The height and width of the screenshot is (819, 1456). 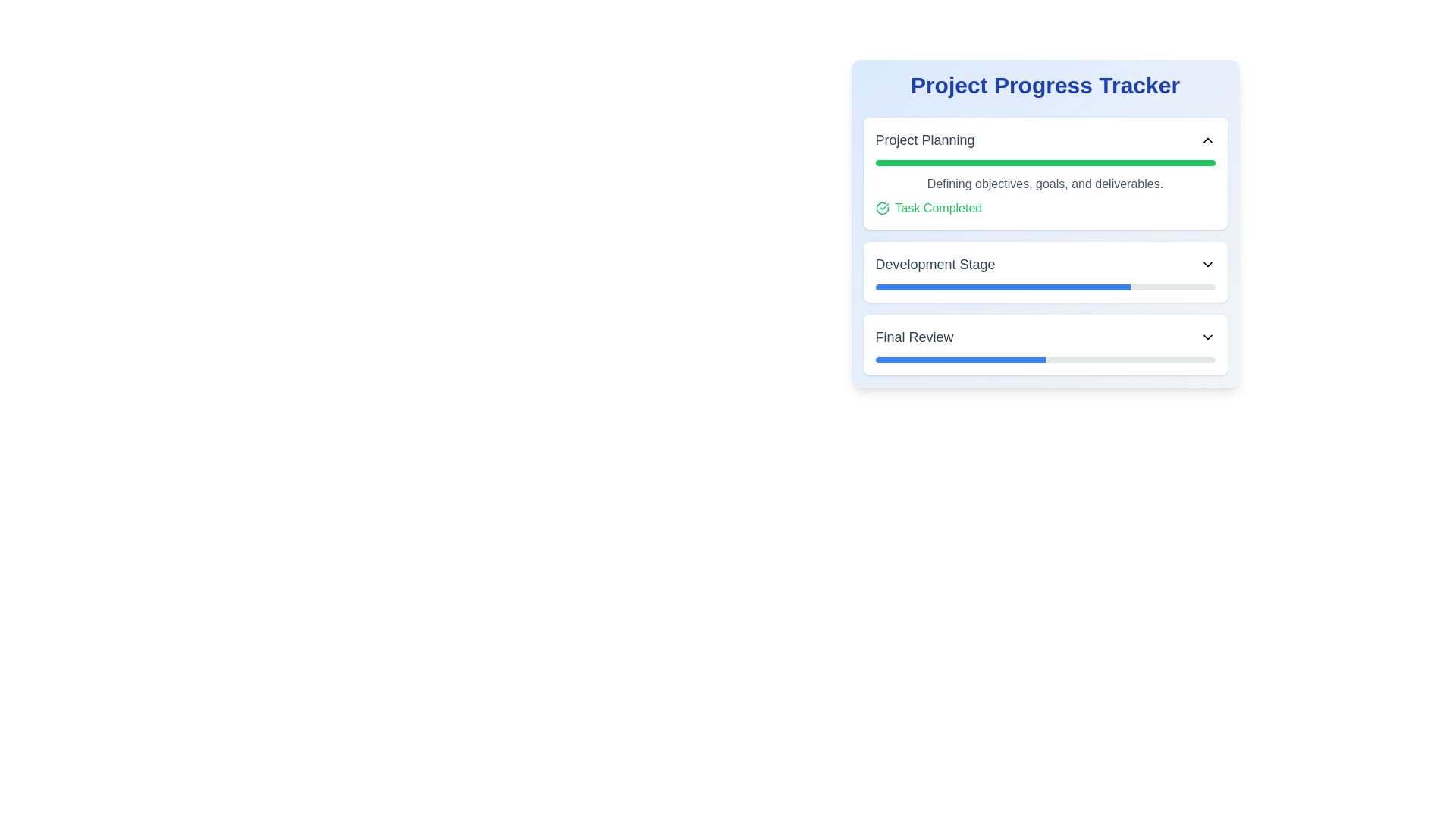 I want to click on the completion percentage of the 'Final Review' progress bar, so click(x=1211, y=359).